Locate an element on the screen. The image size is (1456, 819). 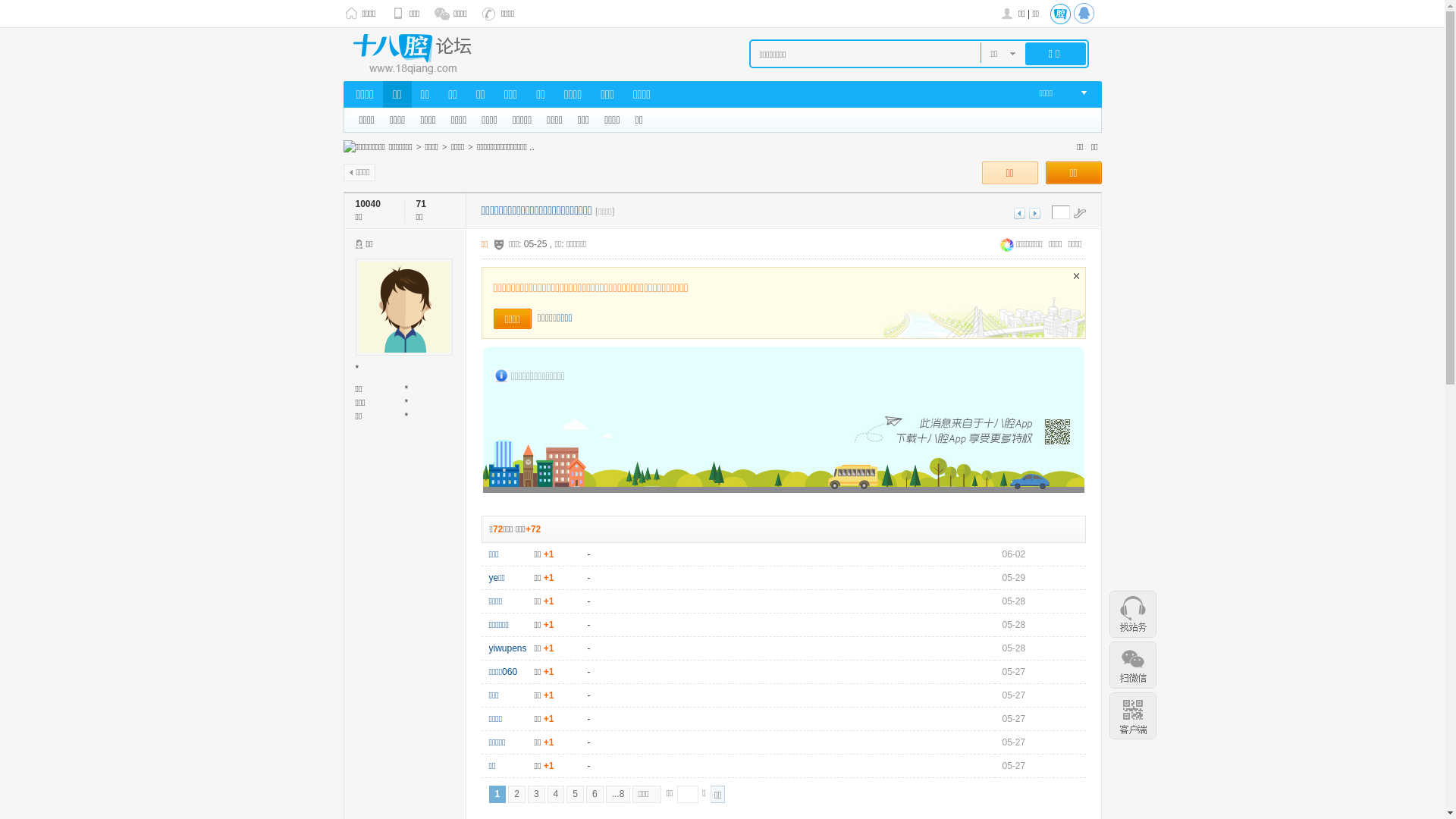
'3' is located at coordinates (536, 793).